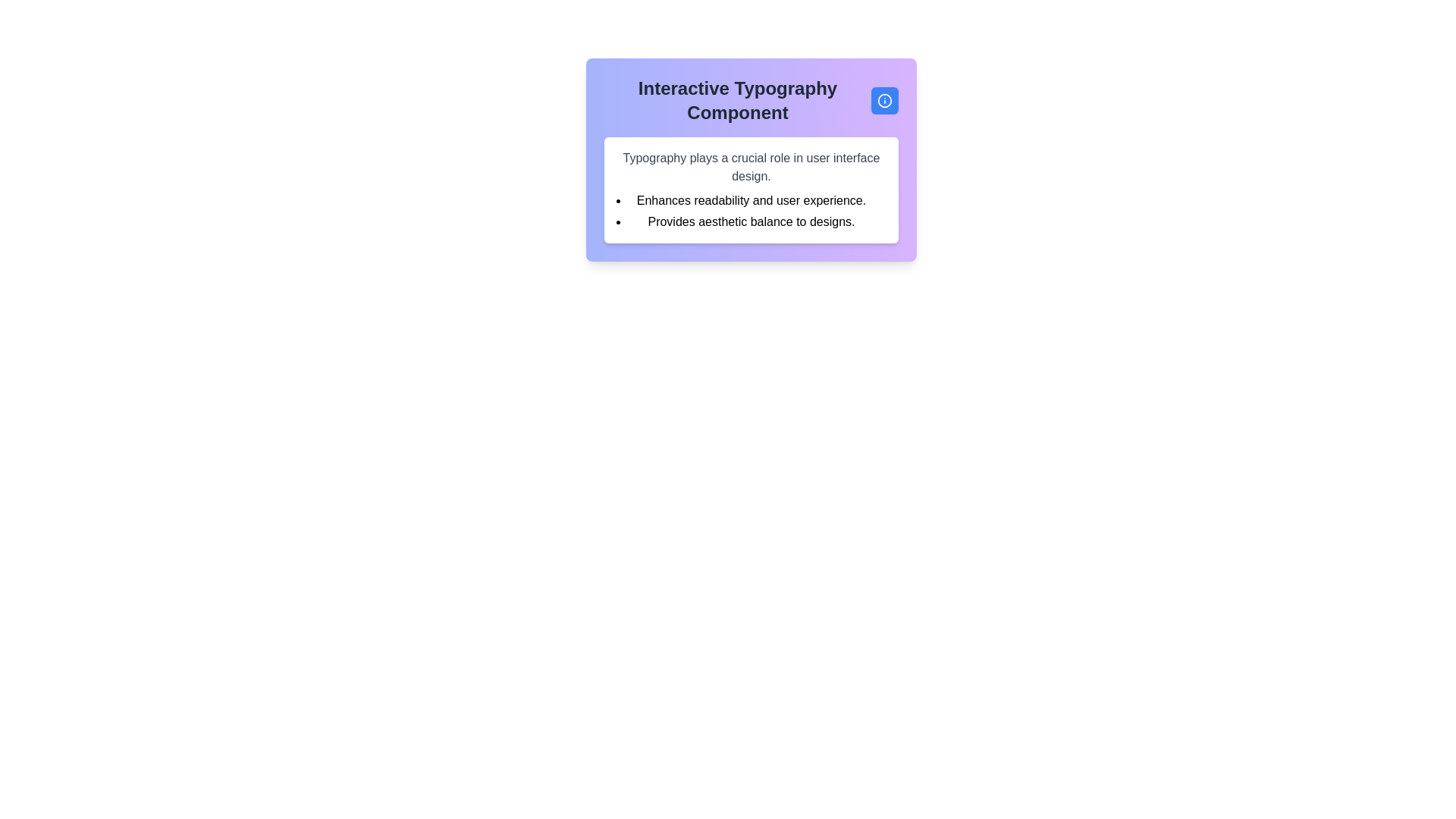 This screenshot has height=819, width=1456. What do you see at coordinates (884, 100) in the screenshot?
I see `the icon located at the top-right of the 'Interactive Typography Component' card for accessibility navigation` at bounding box center [884, 100].